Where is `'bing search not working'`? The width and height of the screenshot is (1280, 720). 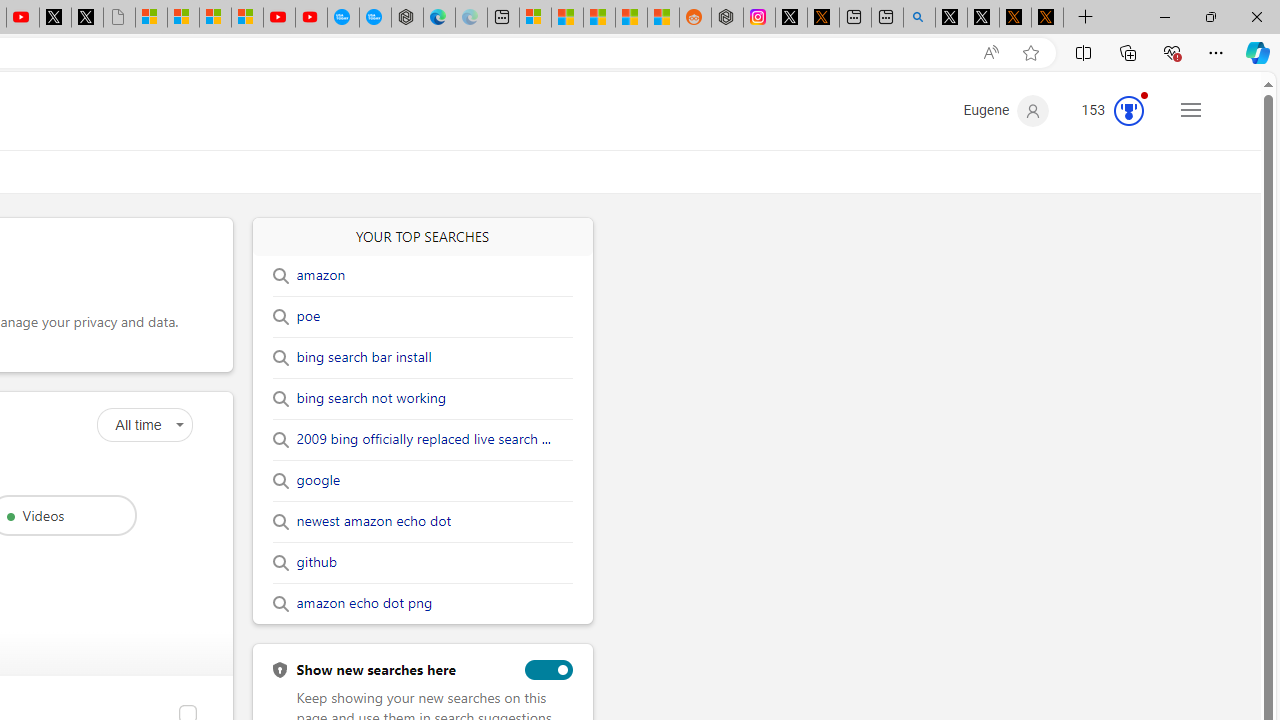 'bing search not working' is located at coordinates (371, 398).